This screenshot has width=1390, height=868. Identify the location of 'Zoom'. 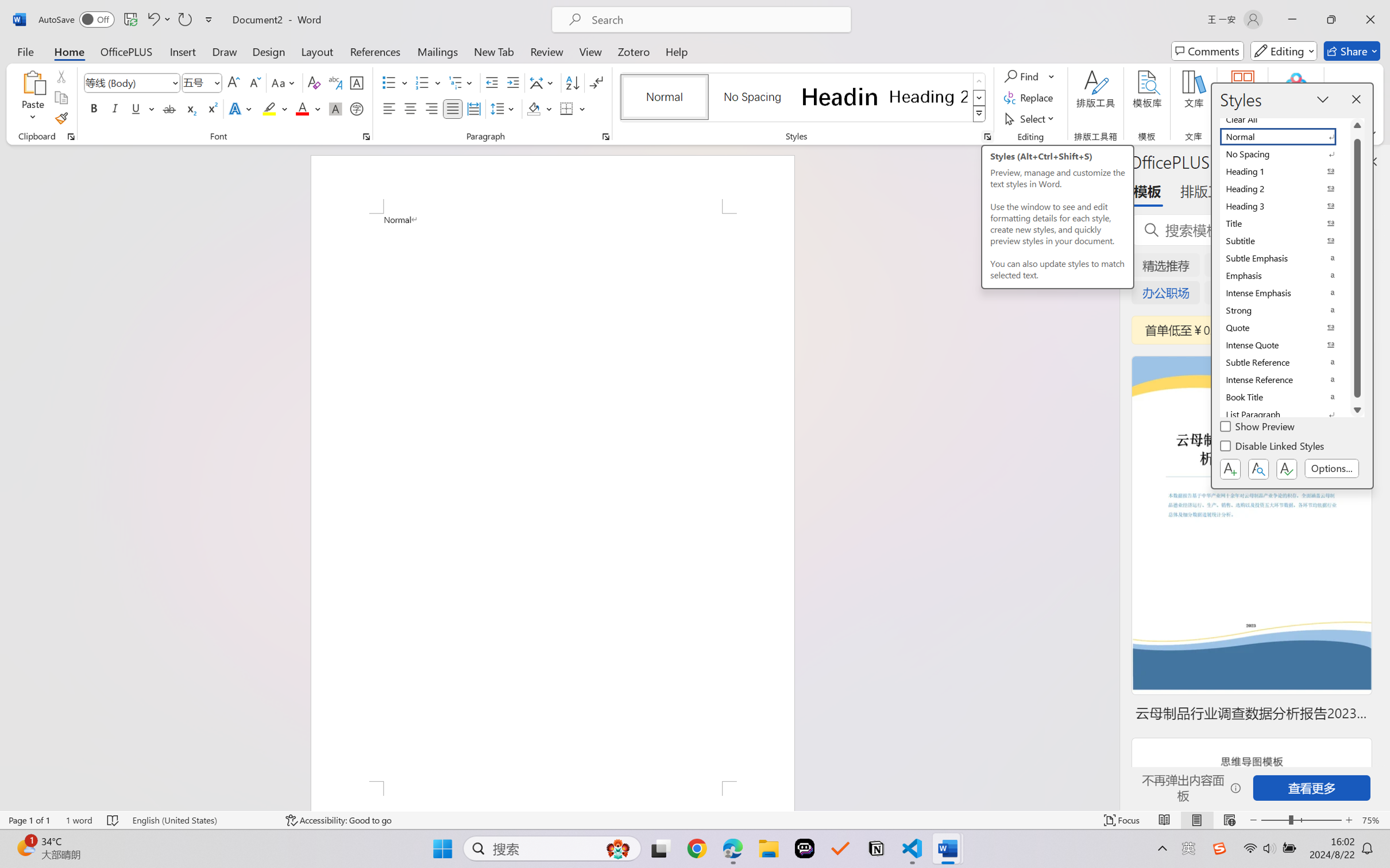
(1302, 820).